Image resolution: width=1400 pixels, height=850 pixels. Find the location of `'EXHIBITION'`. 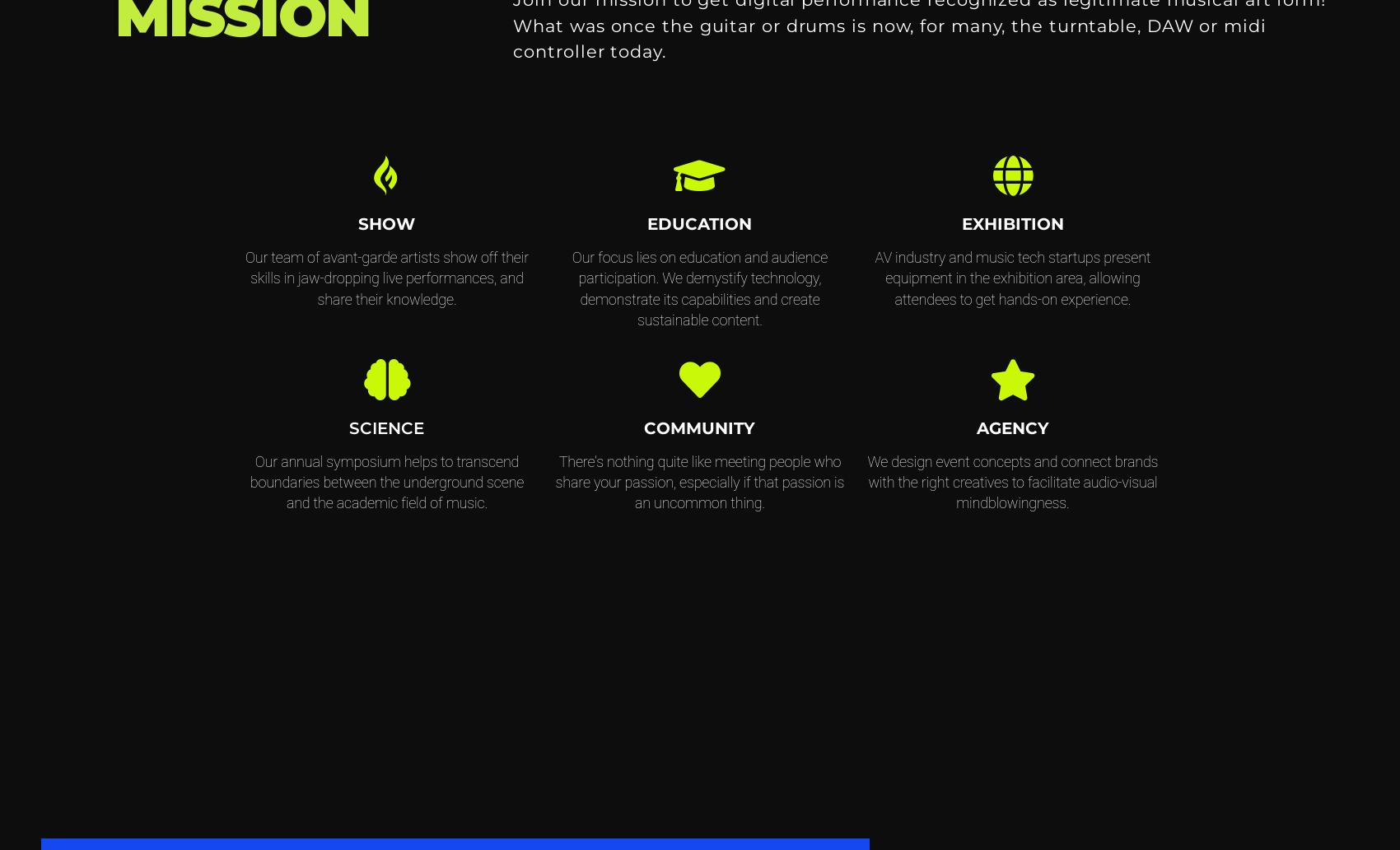

'EXHIBITION' is located at coordinates (1010, 224).